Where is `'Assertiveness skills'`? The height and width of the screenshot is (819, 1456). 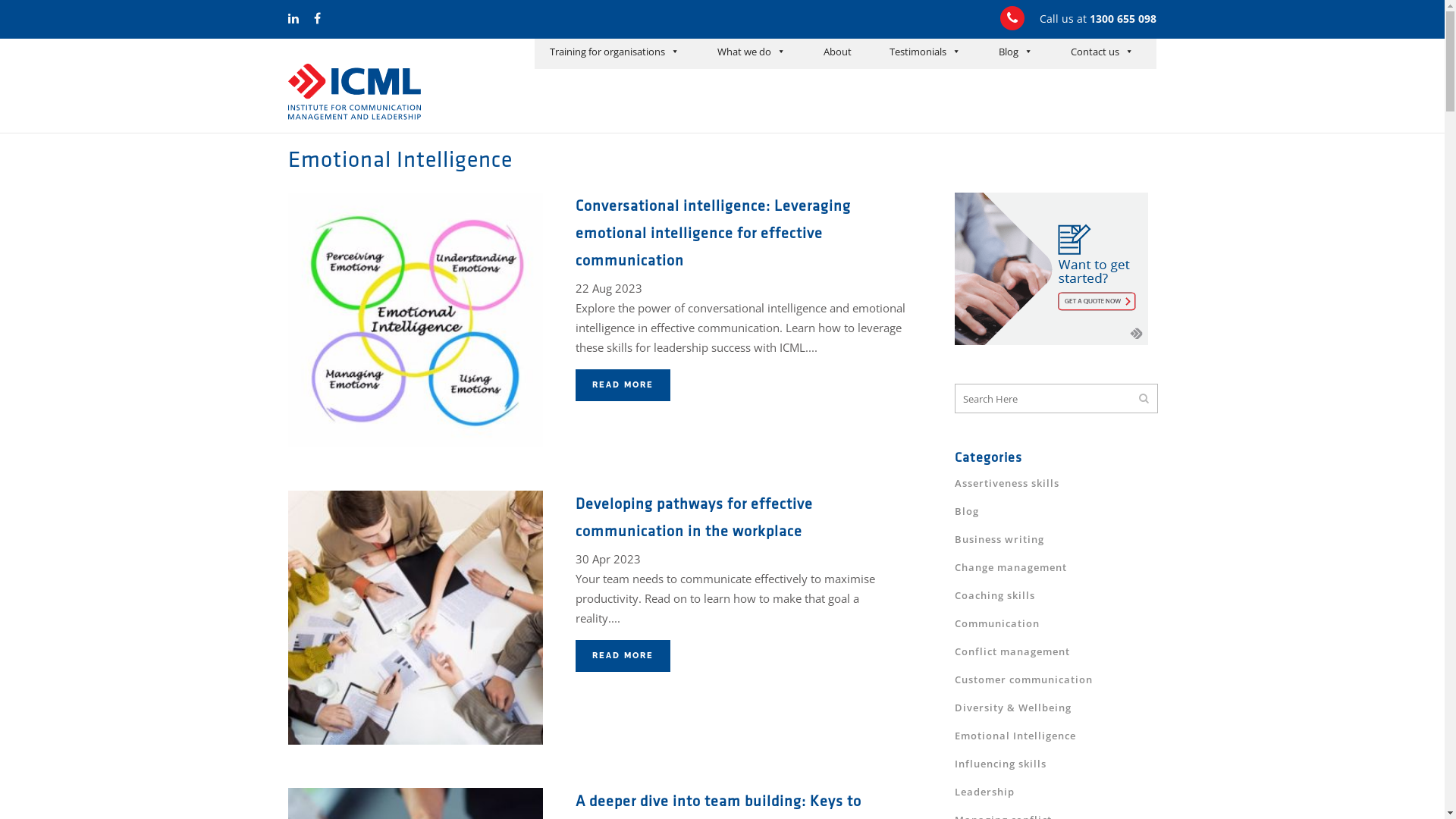
'Assertiveness skills' is located at coordinates (953, 482).